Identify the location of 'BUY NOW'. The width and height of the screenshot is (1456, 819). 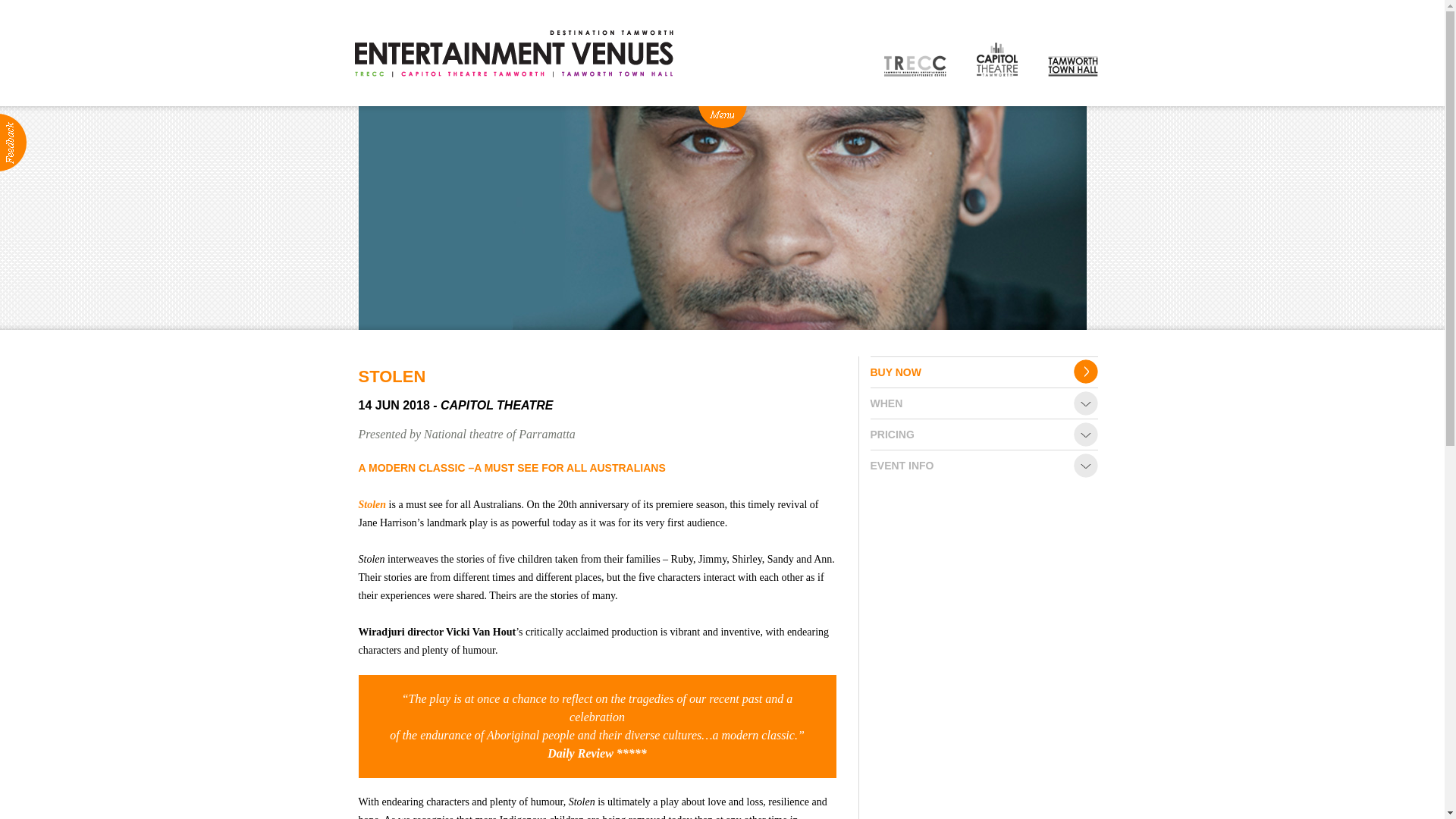
(984, 372).